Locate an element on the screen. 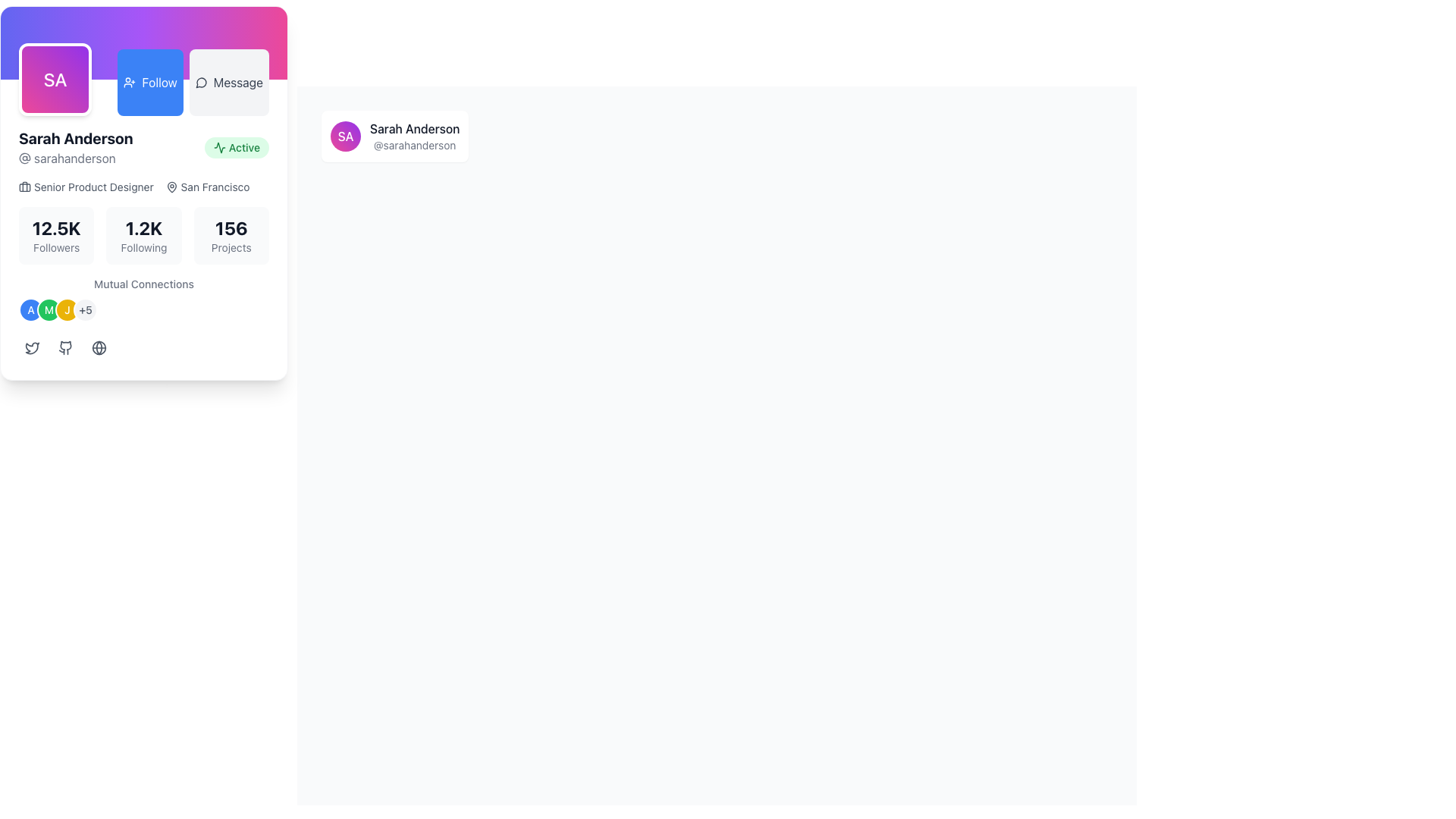  the Text Label that describes the number of followers, located directly under the '12.5K' numeric text is located at coordinates (56, 247).